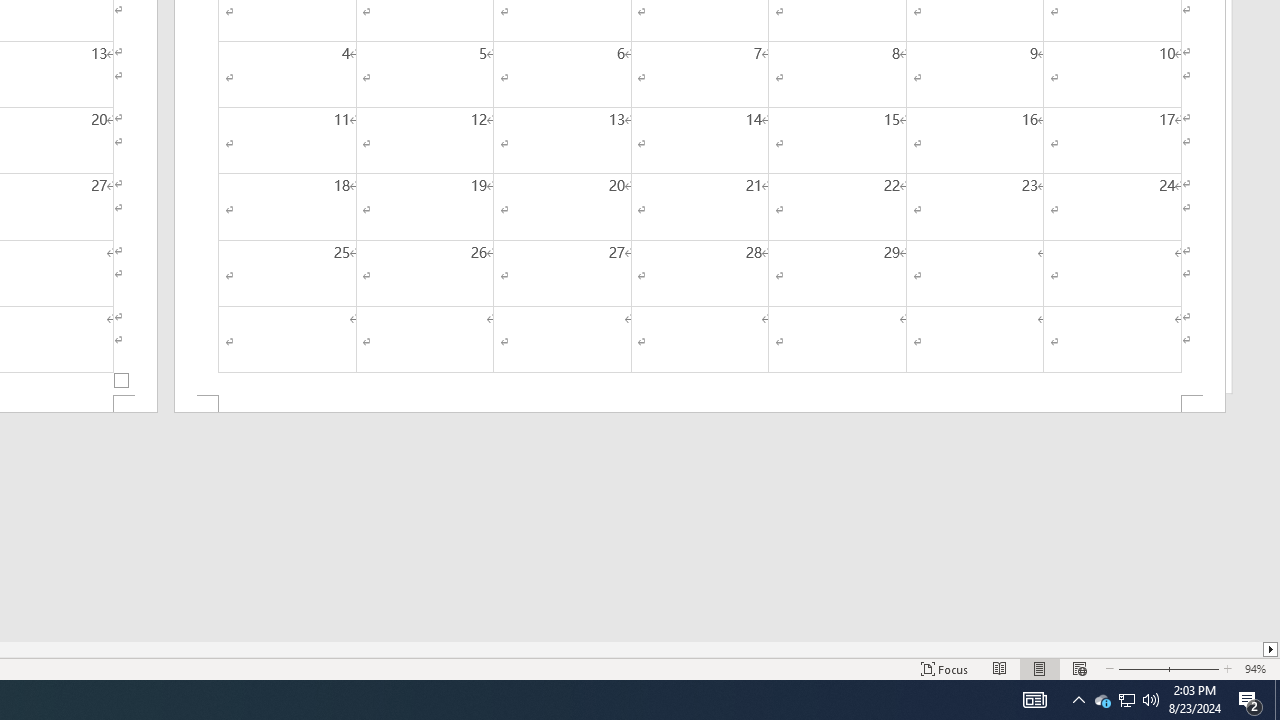 The image size is (1280, 720). Describe the element at coordinates (700, 404) in the screenshot. I see `'Footer -Section 2-'` at that location.